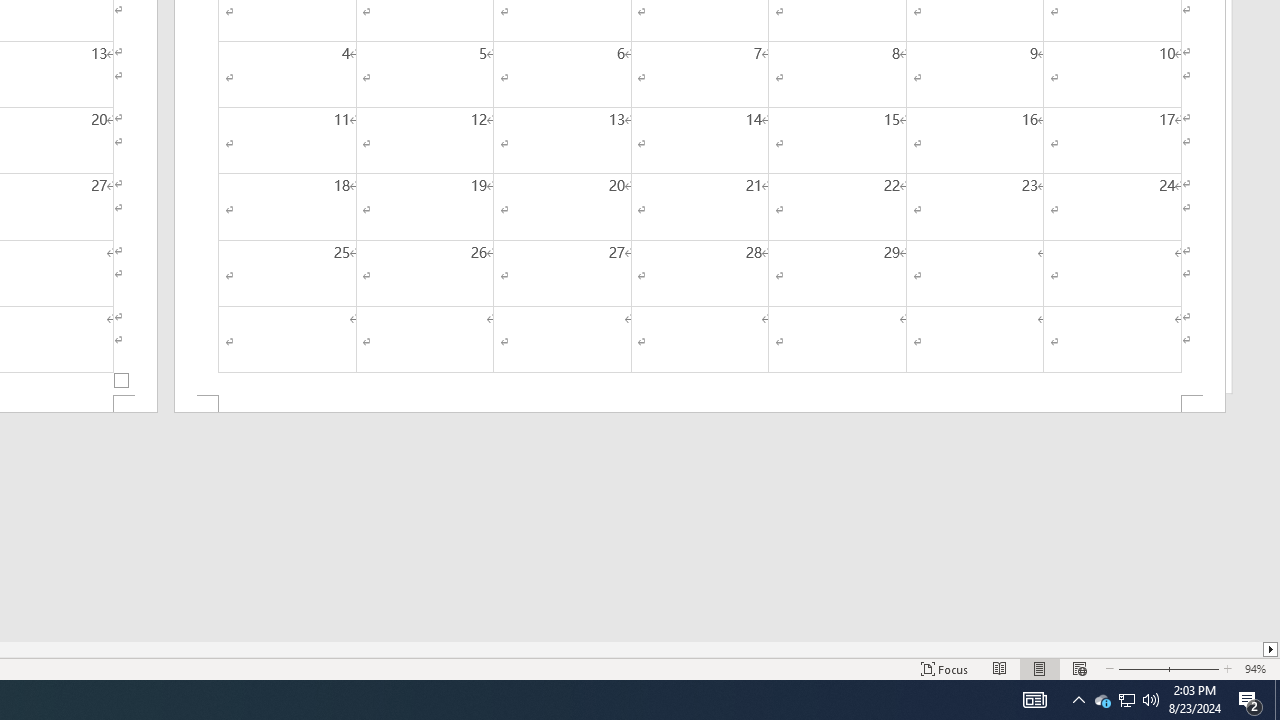 The image size is (1280, 720). Describe the element at coordinates (700, 404) in the screenshot. I see `'Footer -Section 2-'` at that location.